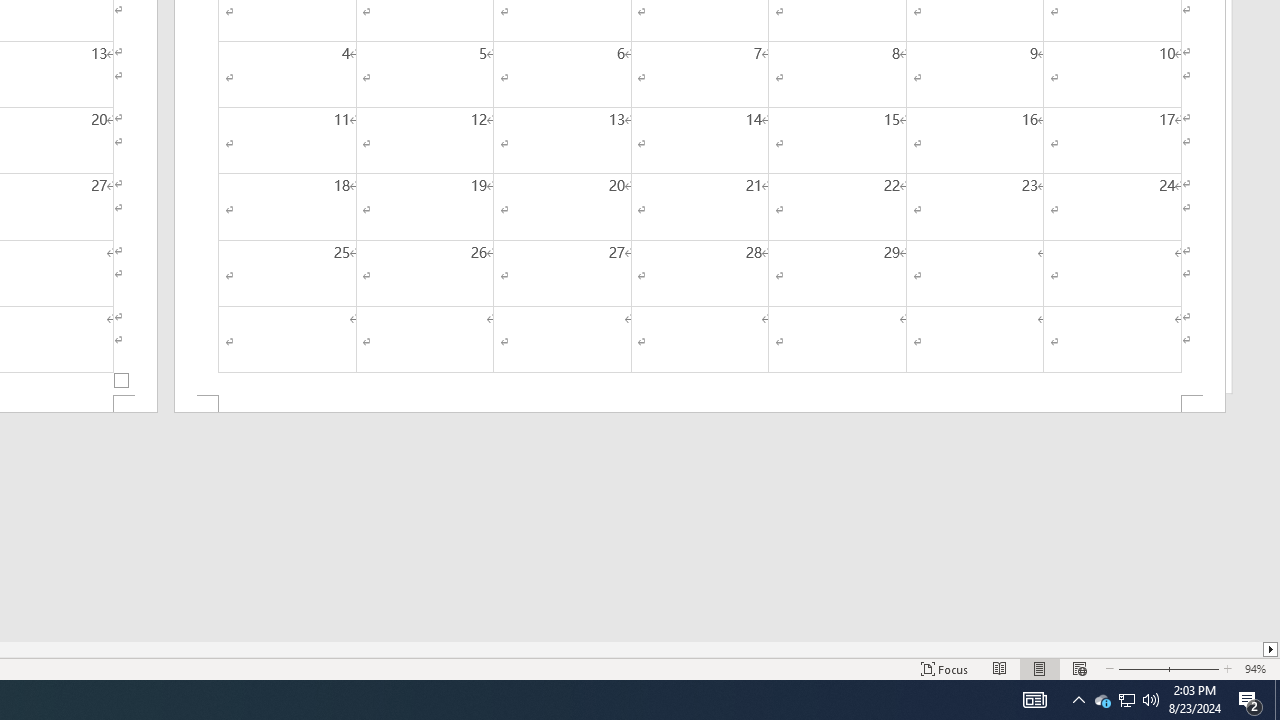 The image size is (1280, 720). Describe the element at coordinates (700, 404) in the screenshot. I see `'Footer -Section 2-'` at that location.